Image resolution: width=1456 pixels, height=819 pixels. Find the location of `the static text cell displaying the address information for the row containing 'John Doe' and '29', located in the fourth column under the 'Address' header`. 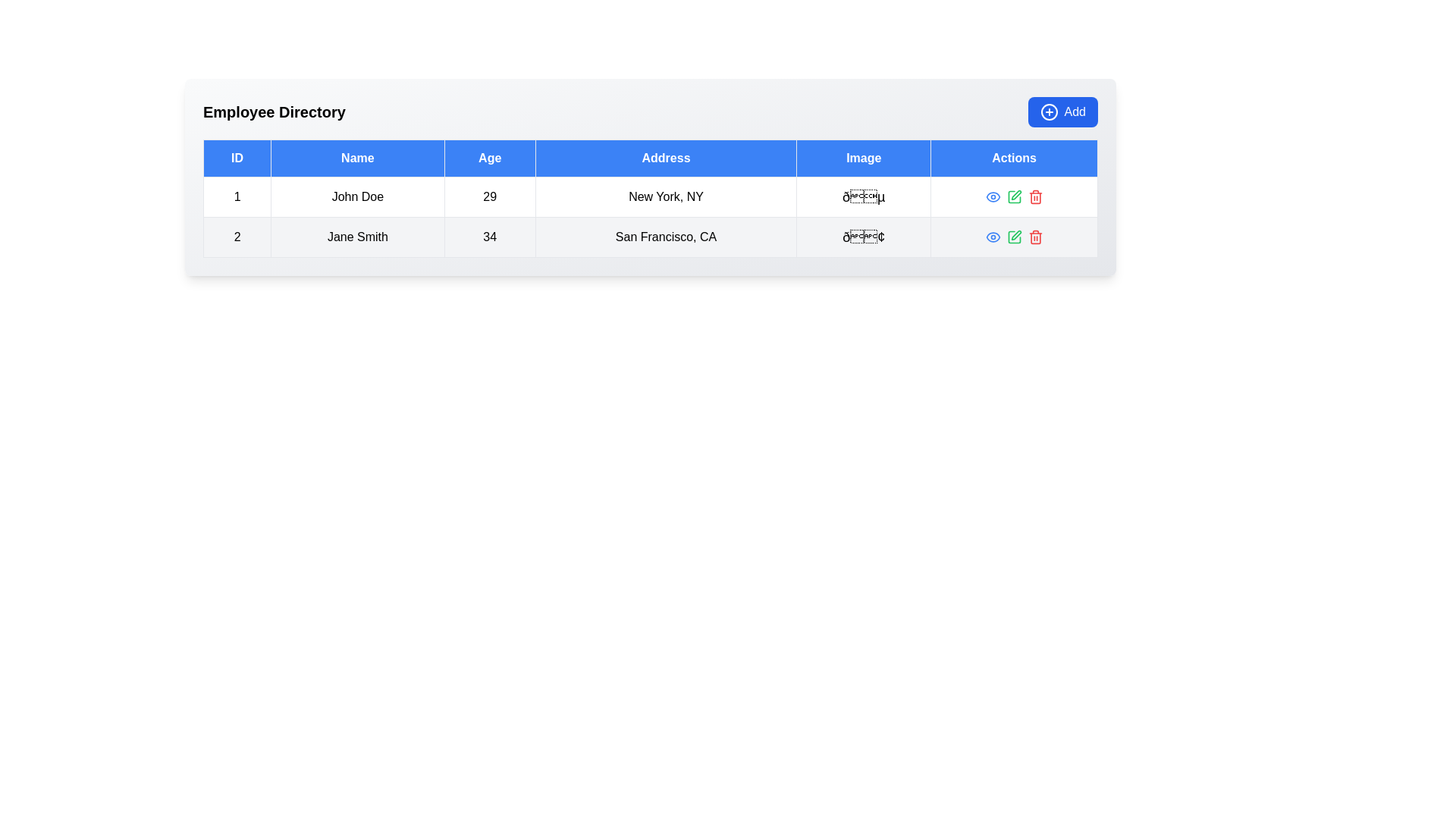

the static text cell displaying the address information for the row containing 'John Doe' and '29', located in the fourth column under the 'Address' header is located at coordinates (666, 196).